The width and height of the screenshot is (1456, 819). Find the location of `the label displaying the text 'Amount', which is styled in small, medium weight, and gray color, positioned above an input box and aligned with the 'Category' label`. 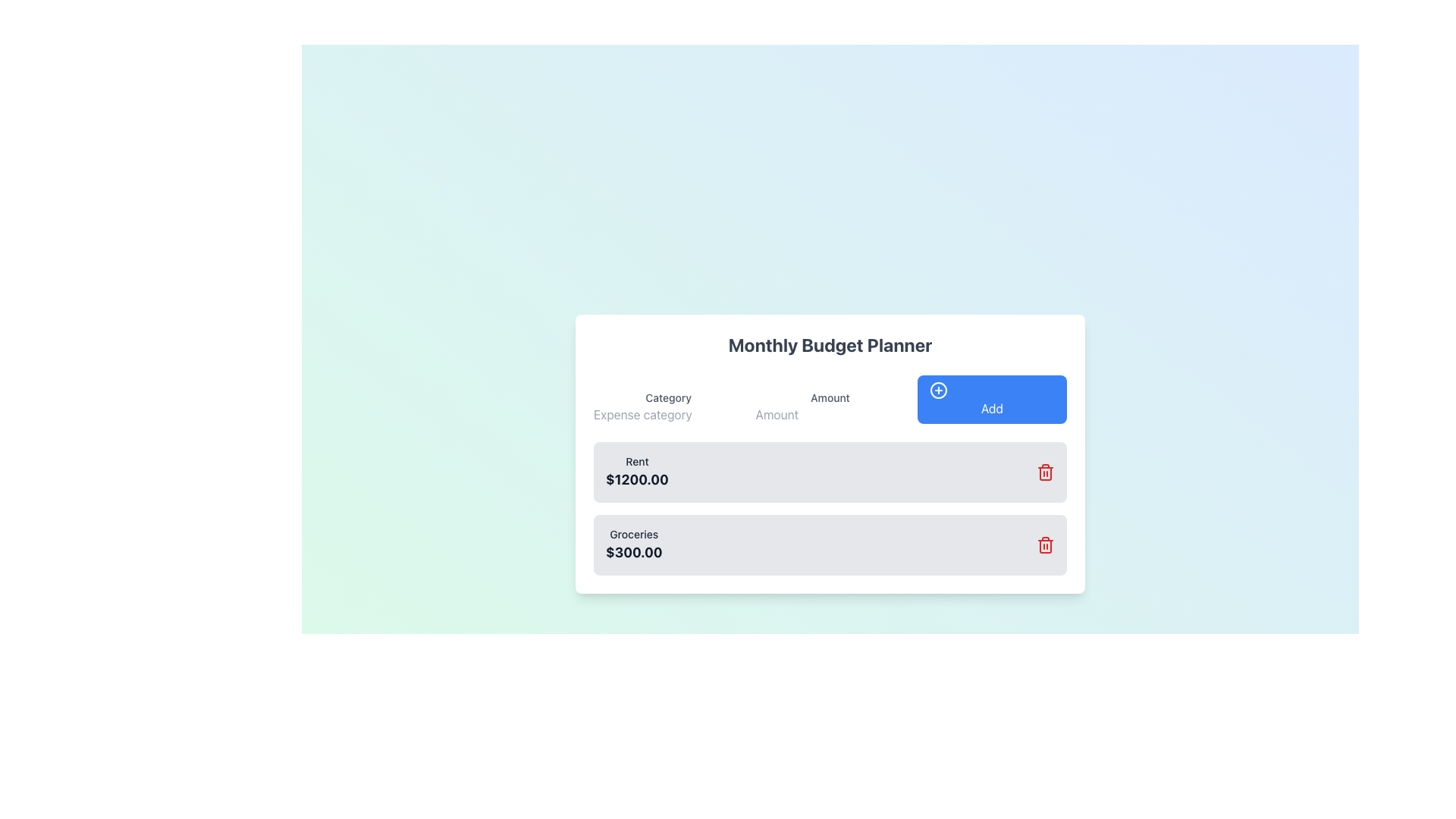

the label displaying the text 'Amount', which is styled in small, medium weight, and gray color, positioned above an input box and aligned with the 'Category' label is located at coordinates (829, 397).